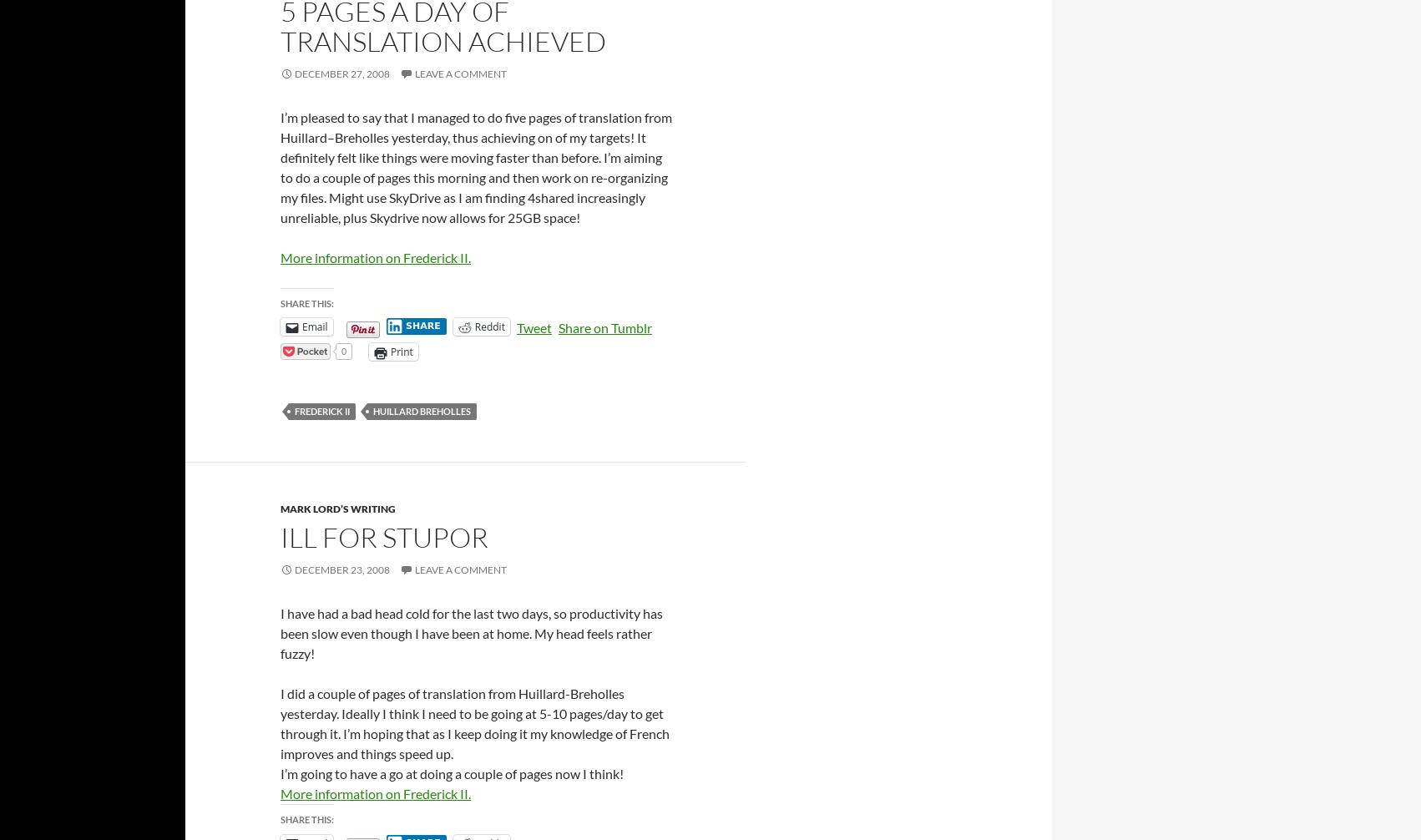 The image size is (1421, 840). What do you see at coordinates (338, 509) in the screenshot?
I see `'Mark Lord’s Writing'` at bounding box center [338, 509].